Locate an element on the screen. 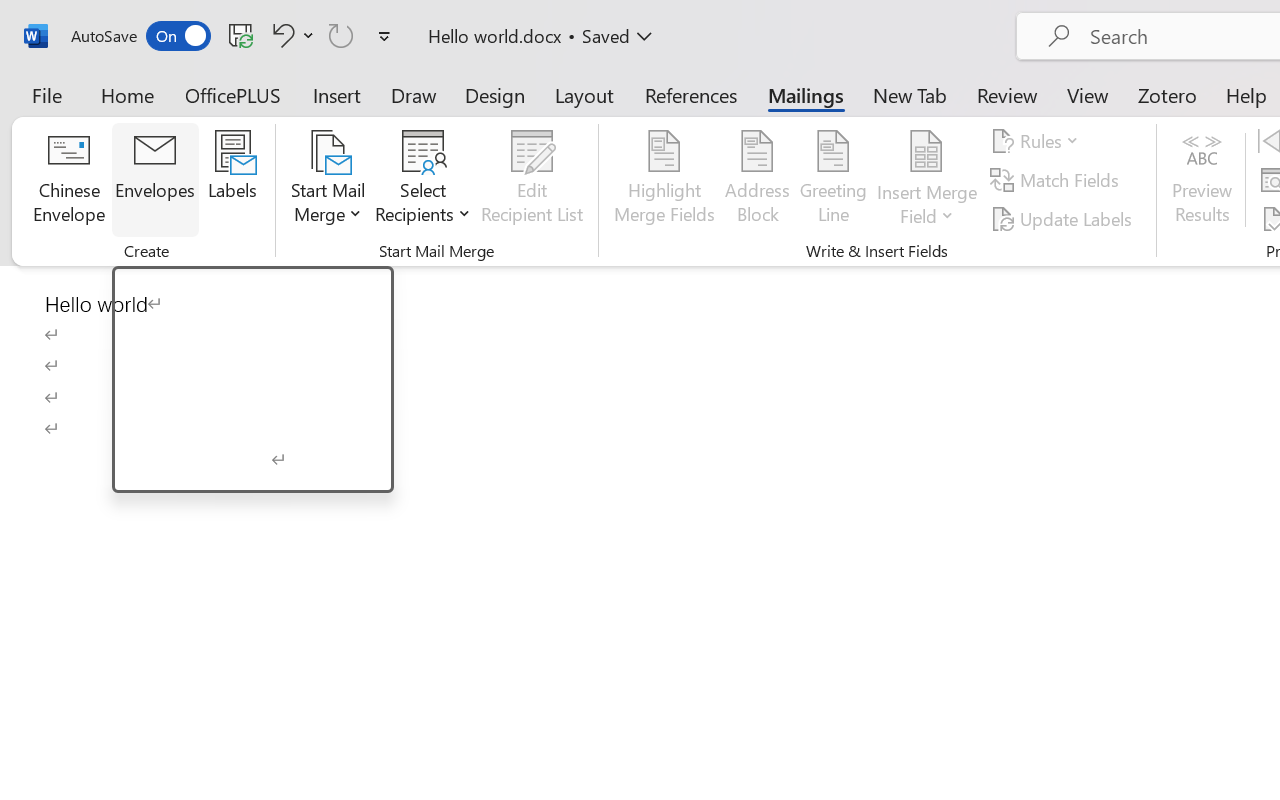 The image size is (1280, 800). 'Select Recipients' is located at coordinates (422, 179).